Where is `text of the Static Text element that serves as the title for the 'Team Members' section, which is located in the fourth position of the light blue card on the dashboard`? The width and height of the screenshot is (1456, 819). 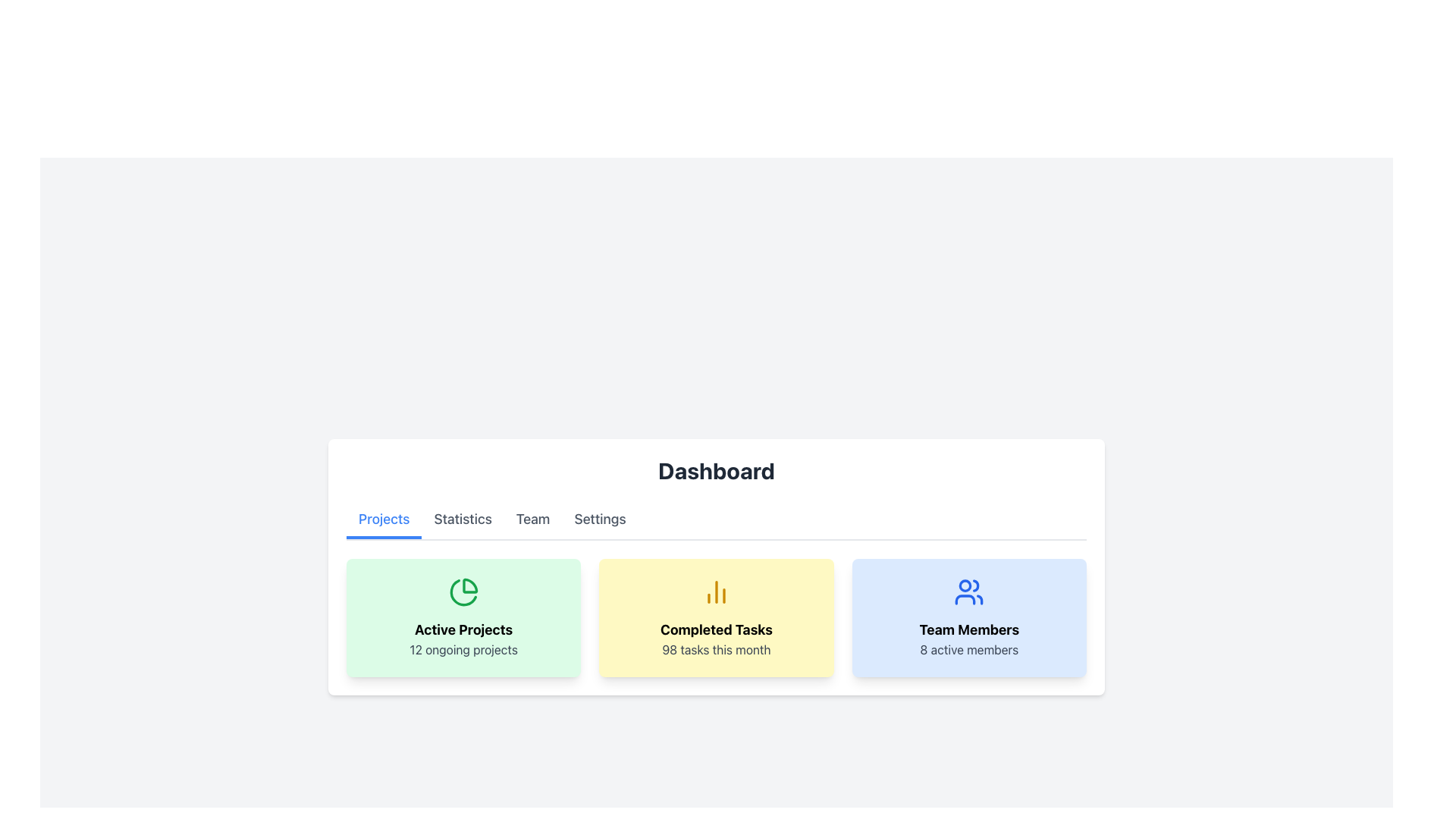
text of the Static Text element that serves as the title for the 'Team Members' section, which is located in the fourth position of the light blue card on the dashboard is located at coordinates (968, 629).